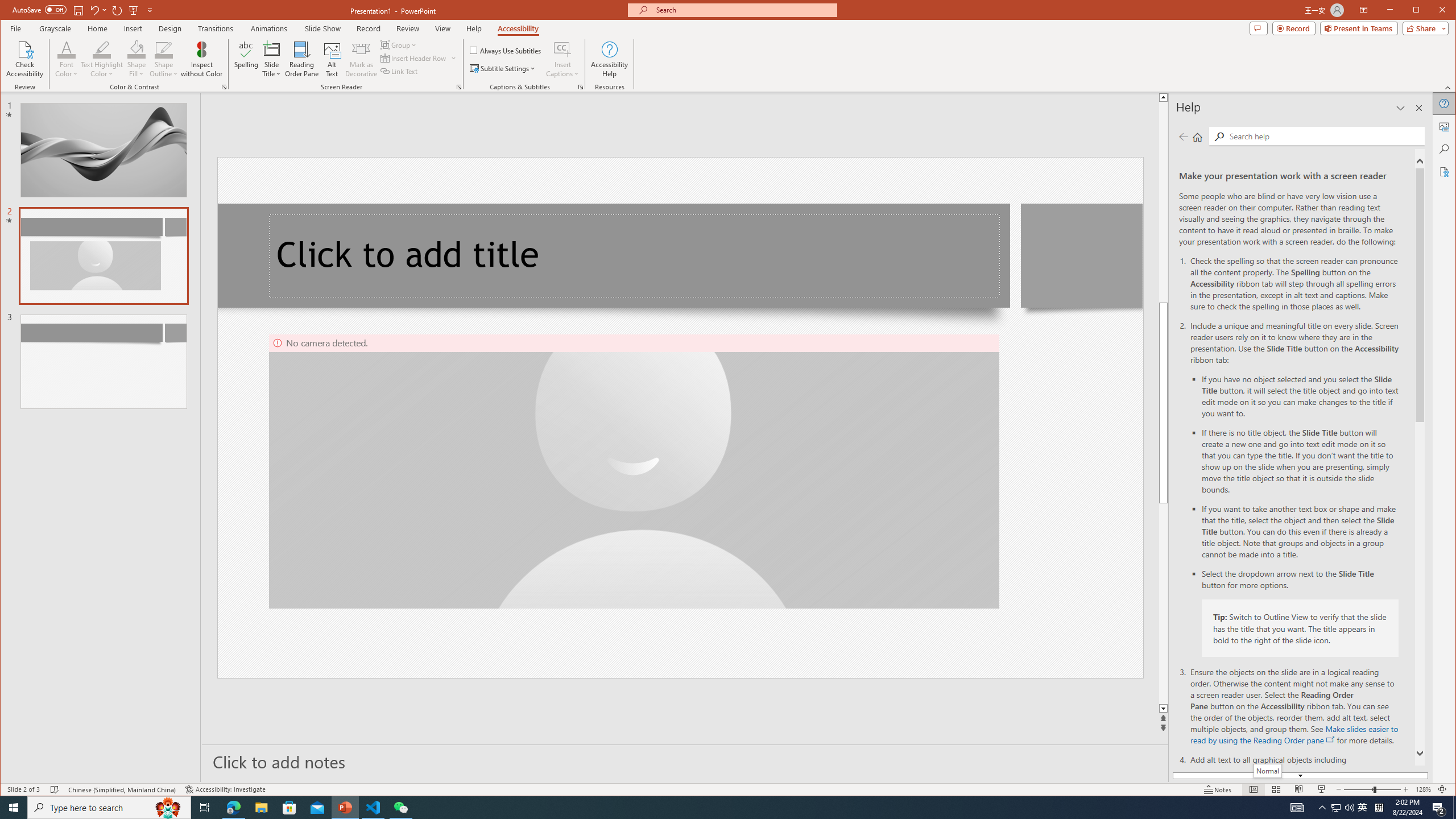 This screenshot has height=819, width=1456. Describe the element at coordinates (1423, 789) in the screenshot. I see `'Zoom 128%'` at that location.